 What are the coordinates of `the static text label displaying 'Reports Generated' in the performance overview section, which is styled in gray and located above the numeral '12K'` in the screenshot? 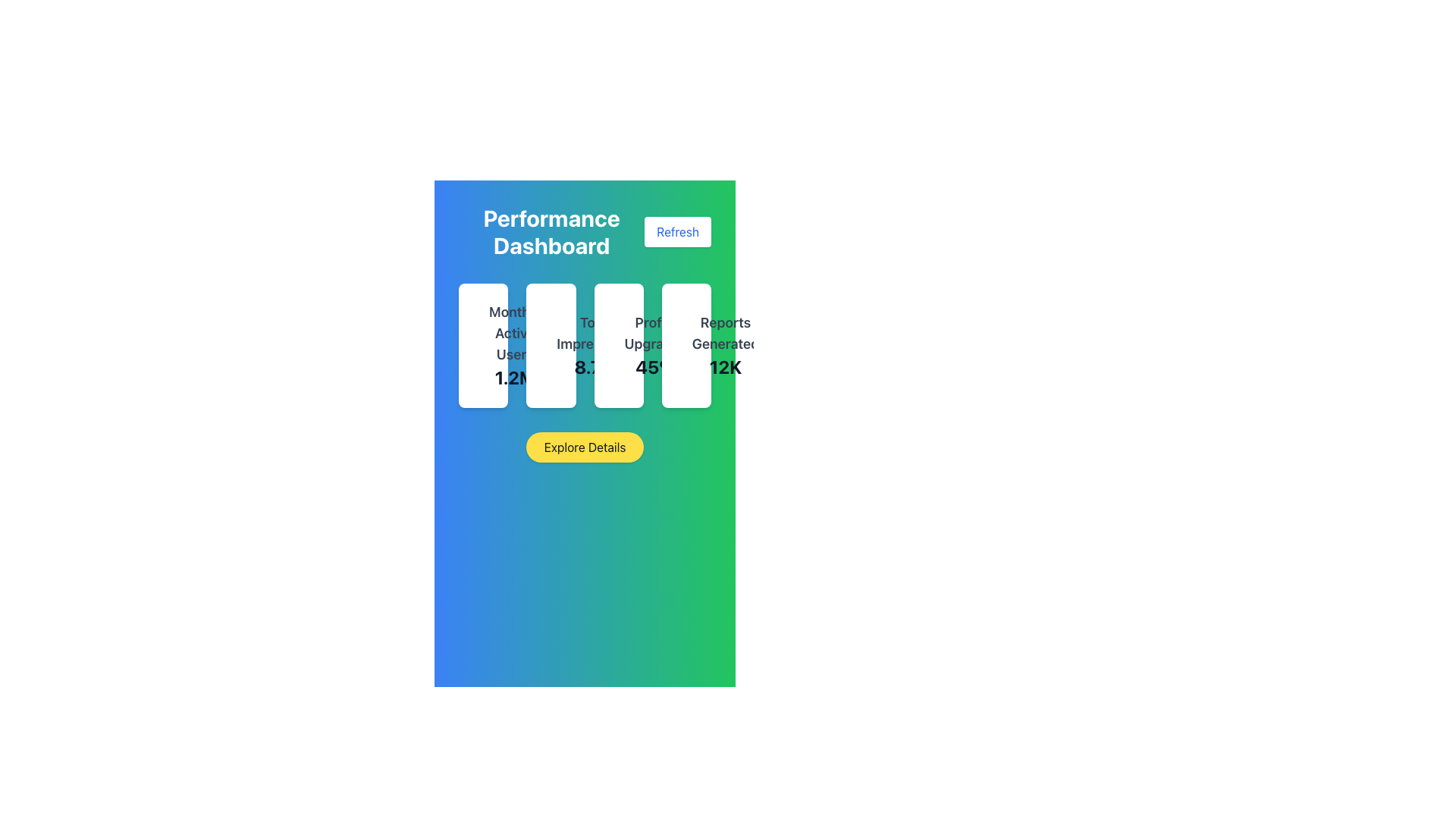 It's located at (724, 332).